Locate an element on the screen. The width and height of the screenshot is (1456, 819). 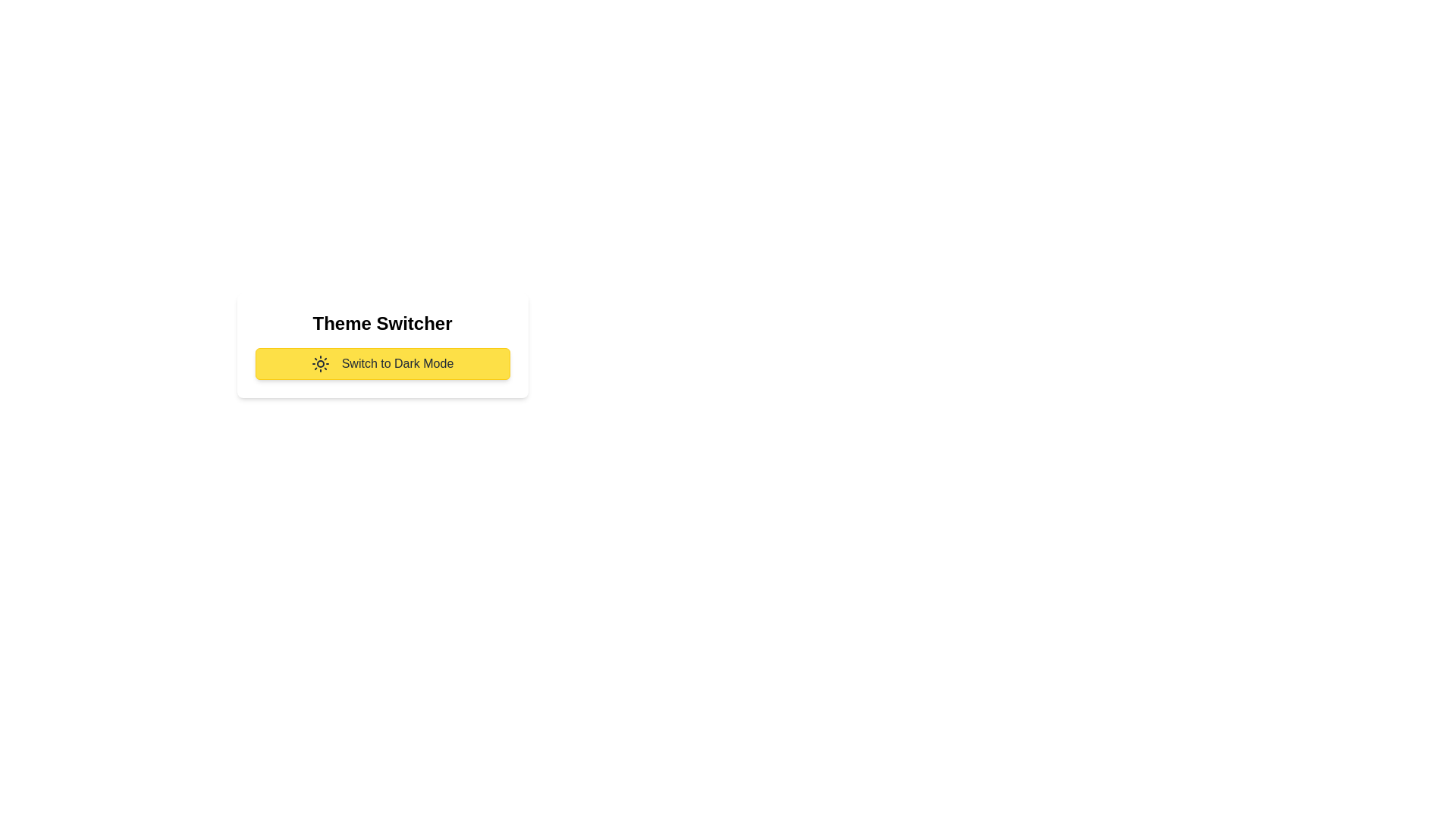
the button labeled 'Switch to Dark Mode' to toggle the theme is located at coordinates (382, 363).